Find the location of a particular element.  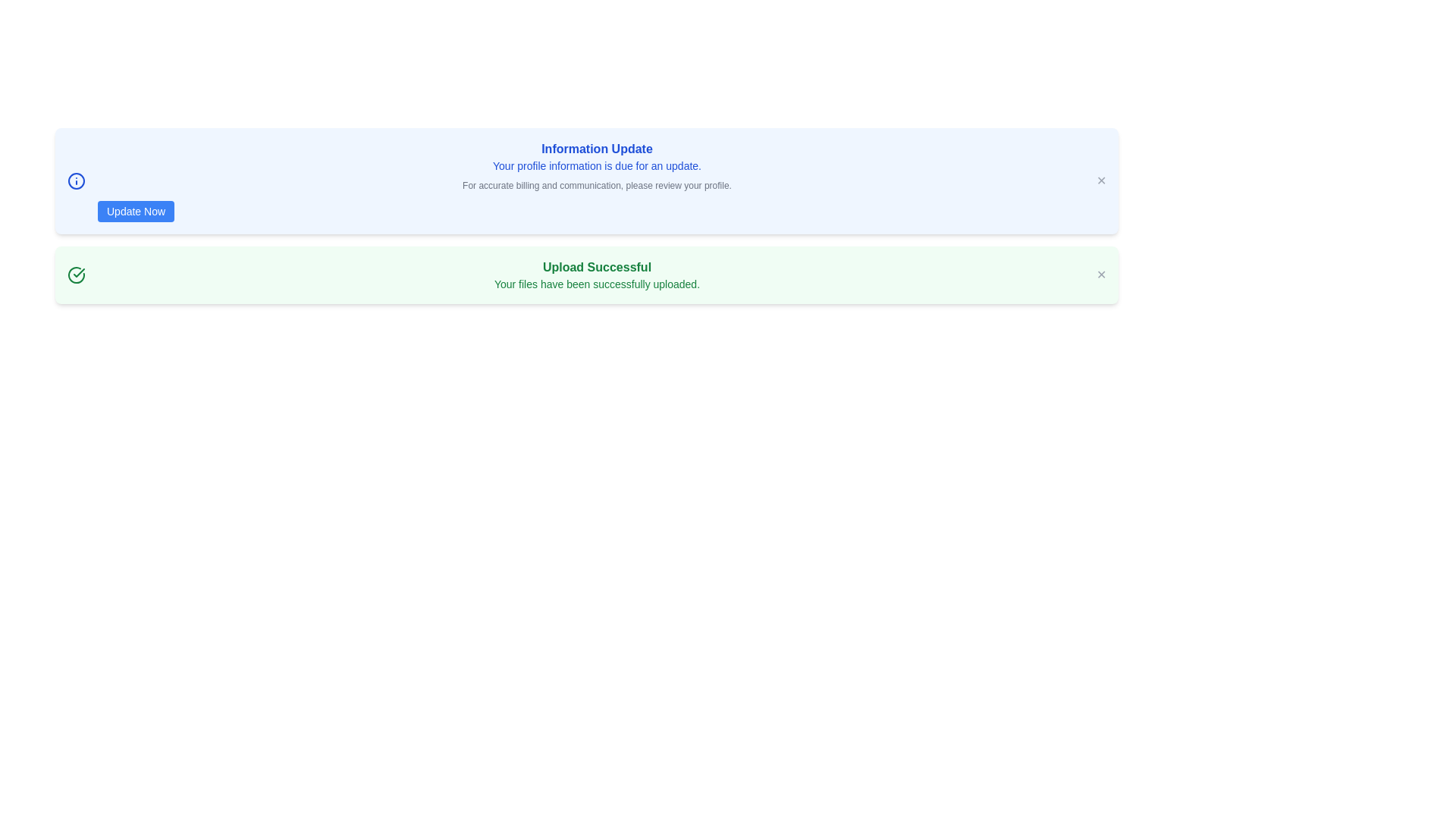

text of the informational element that confirms the successful completion of a file upload operation, located centrally below the 'Upload Successful' heading is located at coordinates (596, 284).